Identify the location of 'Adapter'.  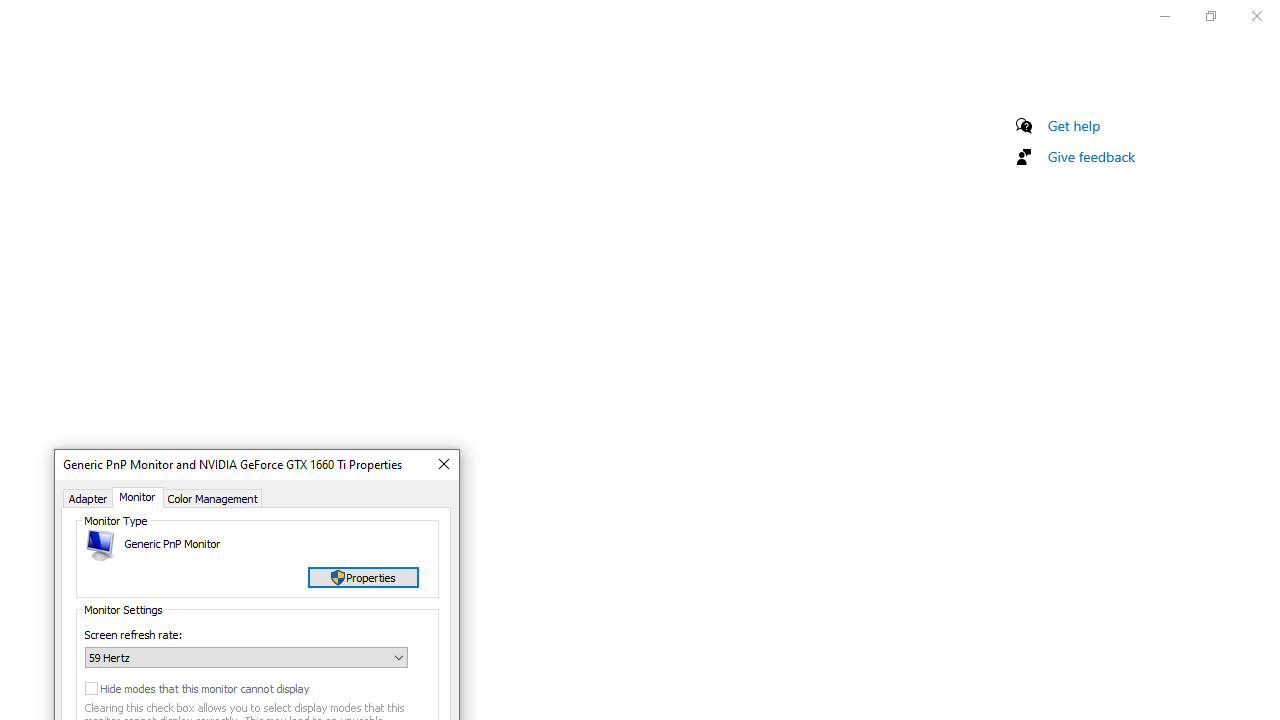
(87, 496).